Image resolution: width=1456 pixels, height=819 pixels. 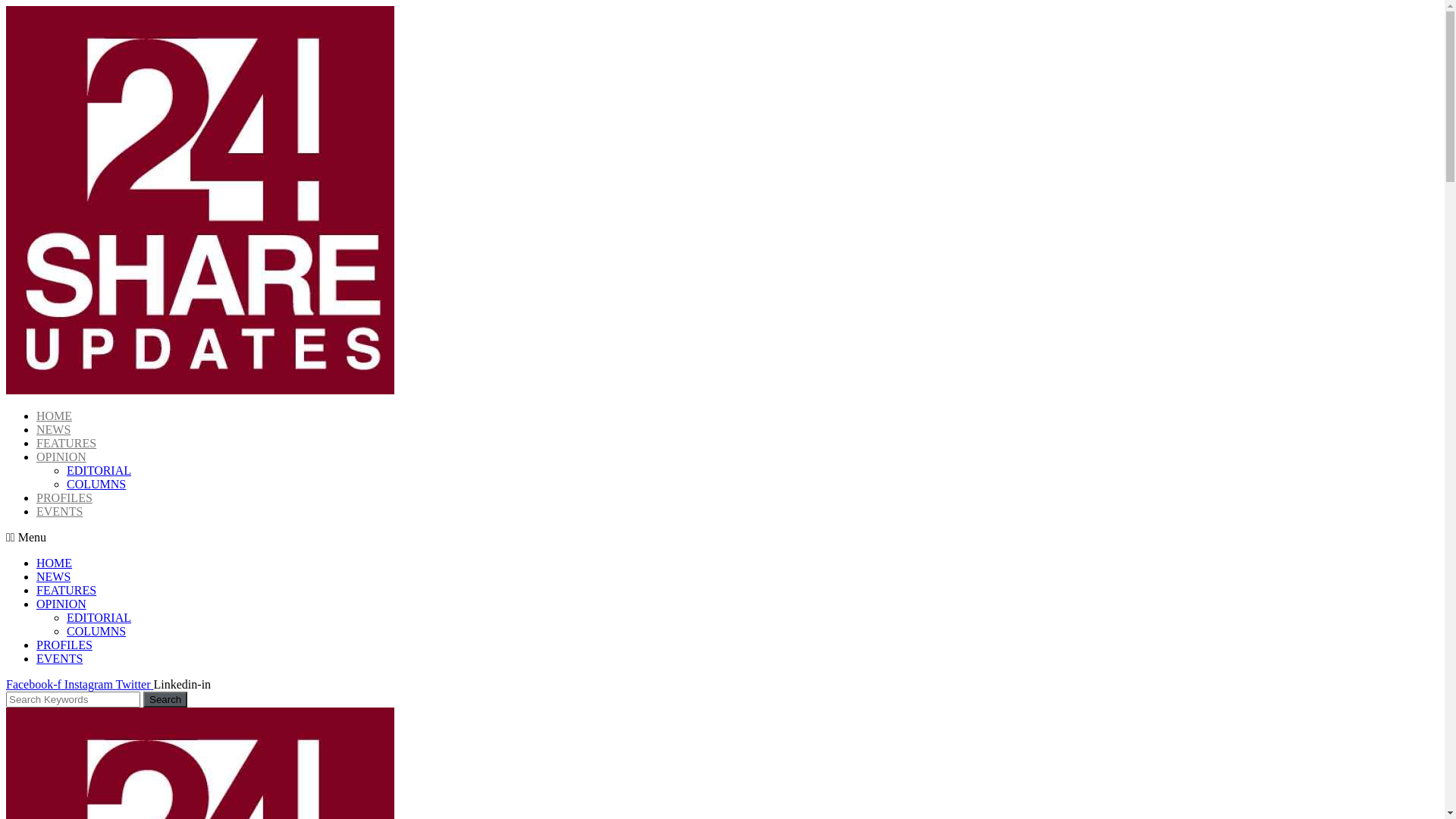 What do you see at coordinates (59, 511) in the screenshot?
I see `'EVENTS'` at bounding box center [59, 511].